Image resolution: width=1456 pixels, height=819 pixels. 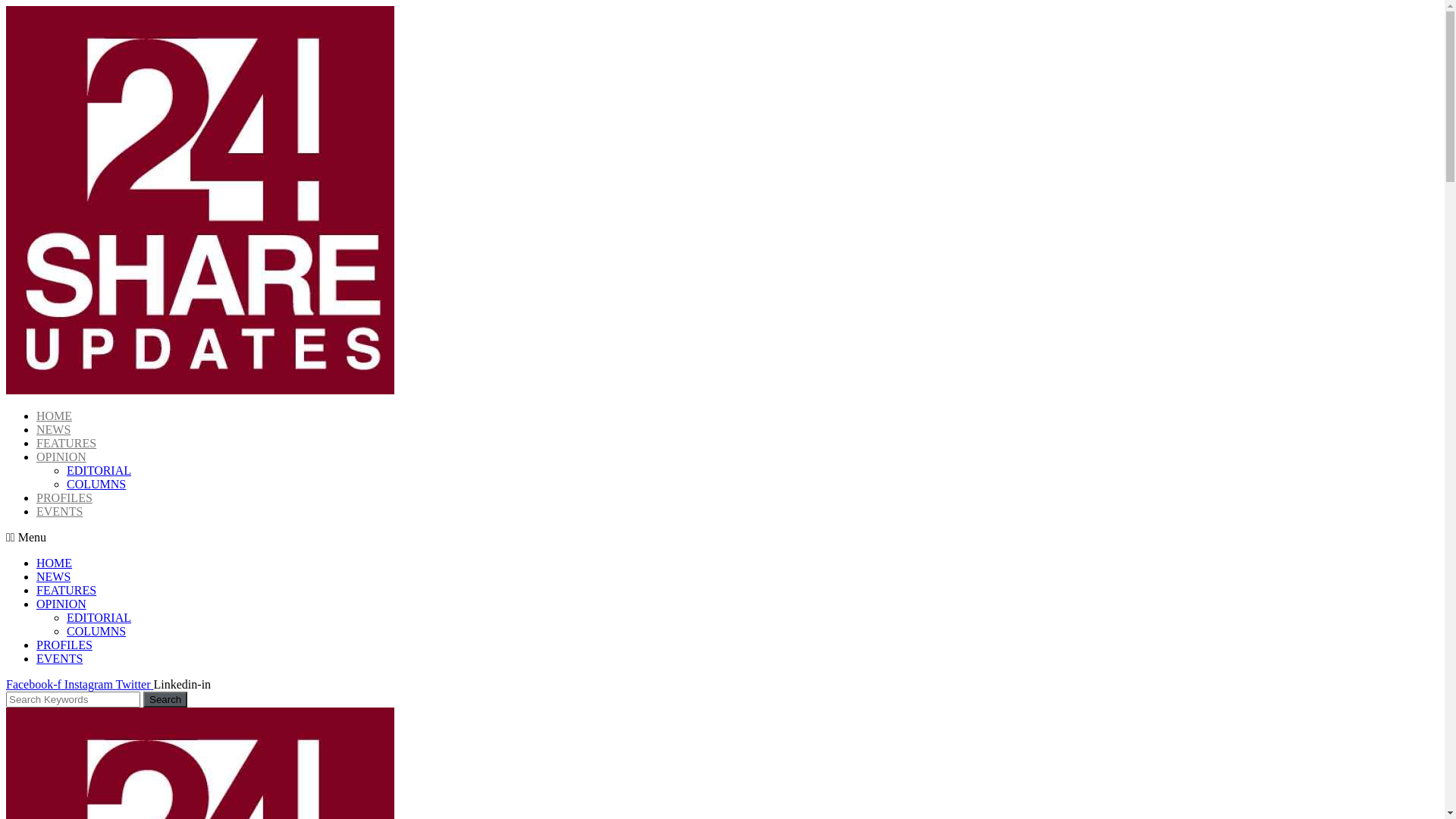 What do you see at coordinates (59, 511) in the screenshot?
I see `'EVENTS'` at bounding box center [59, 511].